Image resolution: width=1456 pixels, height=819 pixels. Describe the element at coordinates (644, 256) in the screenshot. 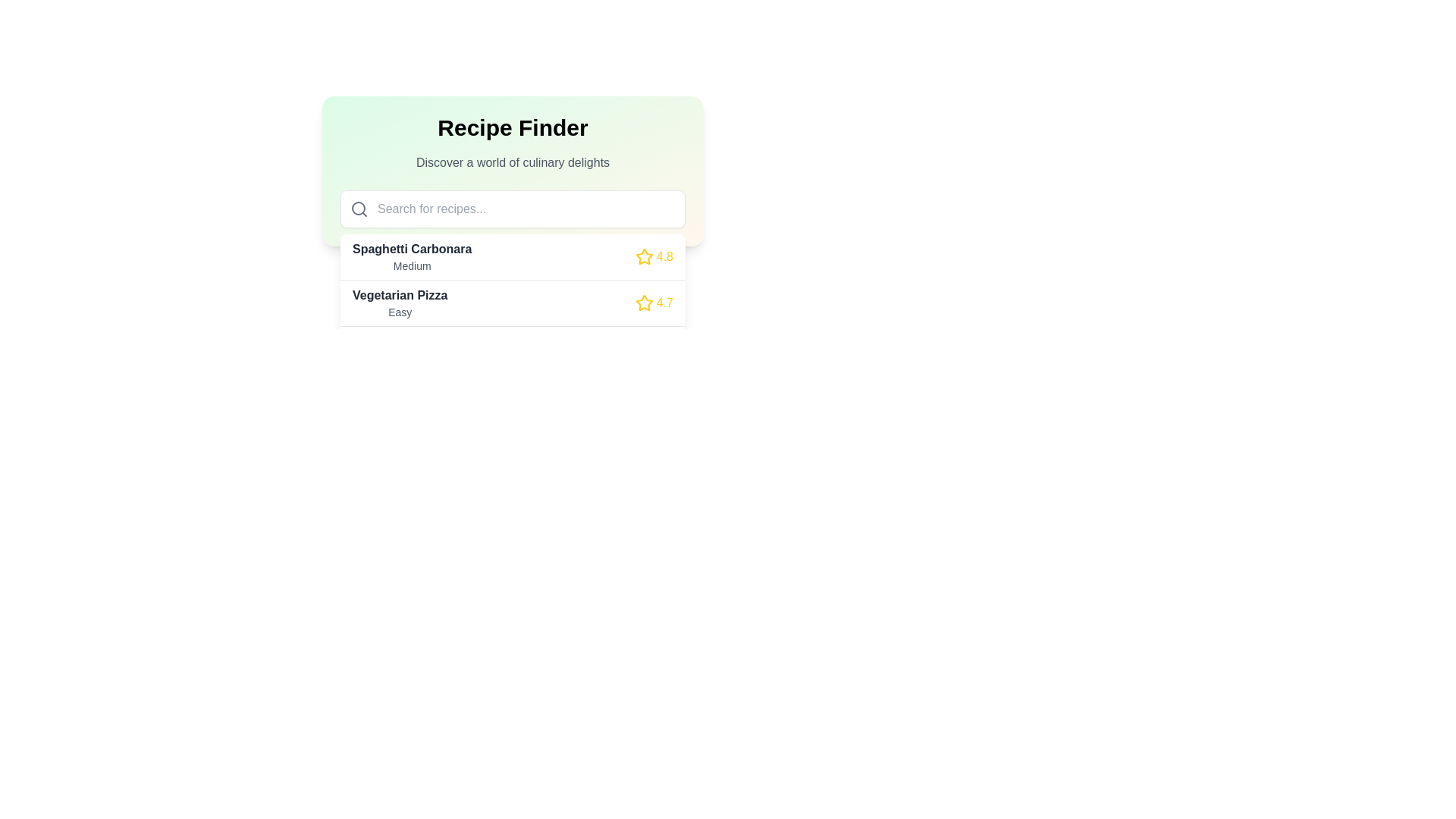

I see `the star icon associated with the 'Spaghetti Carbonara' menu item` at that location.